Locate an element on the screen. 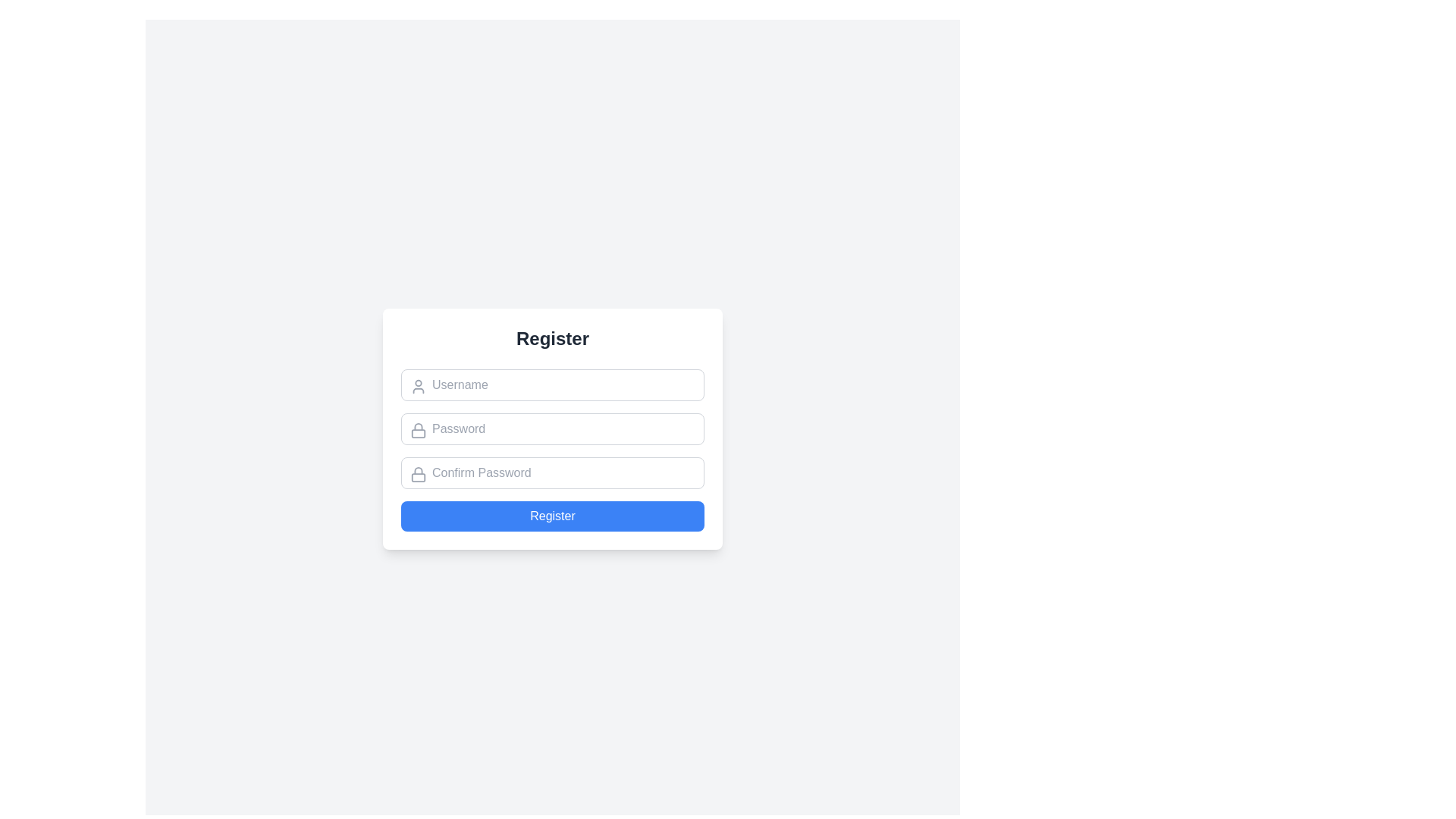 The height and width of the screenshot is (819, 1456). the lock icon located to the left of the 'Password' input field, which has a gray outline and resembles a padlock is located at coordinates (419, 430).